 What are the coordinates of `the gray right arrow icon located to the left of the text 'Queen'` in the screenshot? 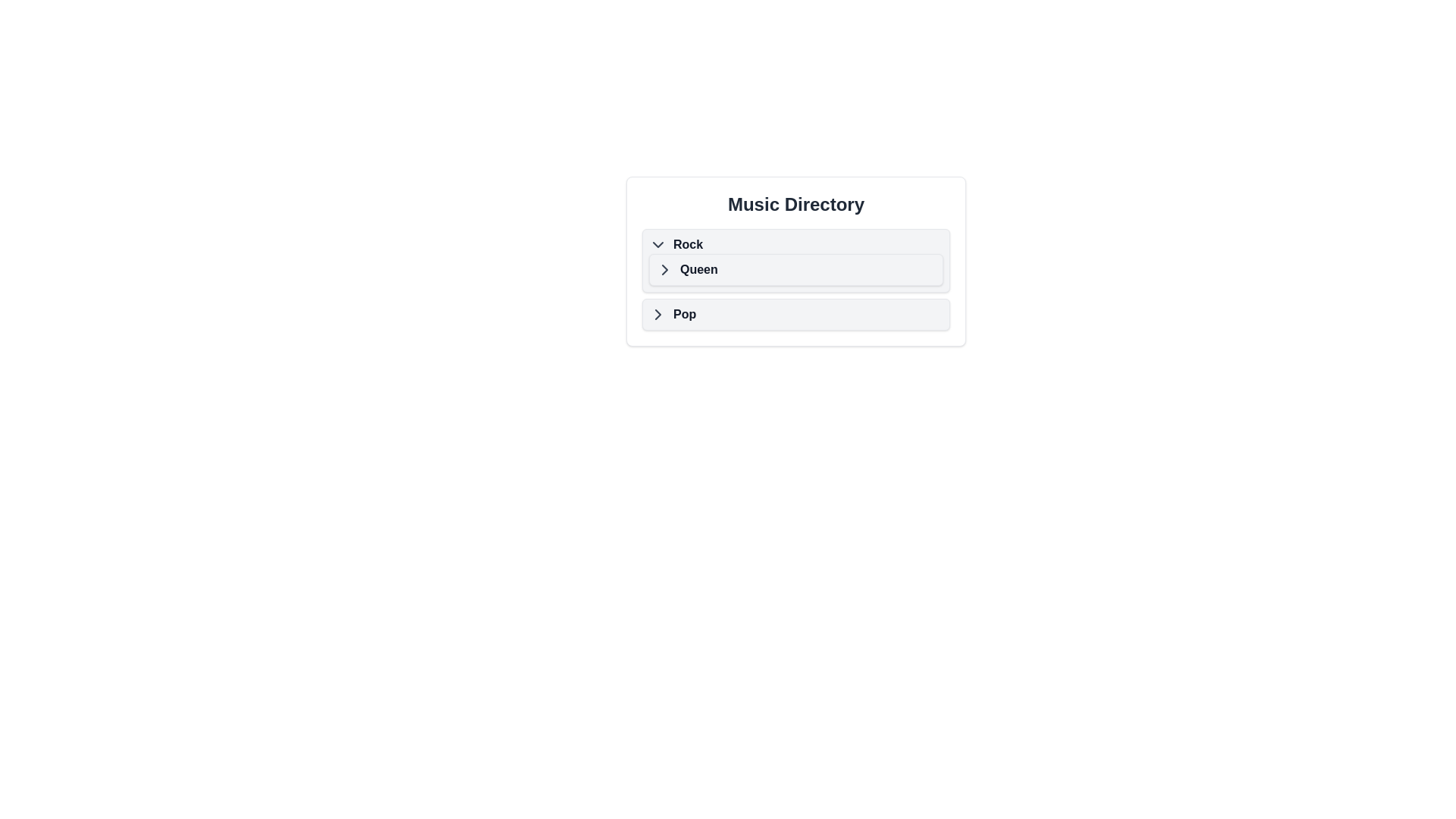 It's located at (665, 268).